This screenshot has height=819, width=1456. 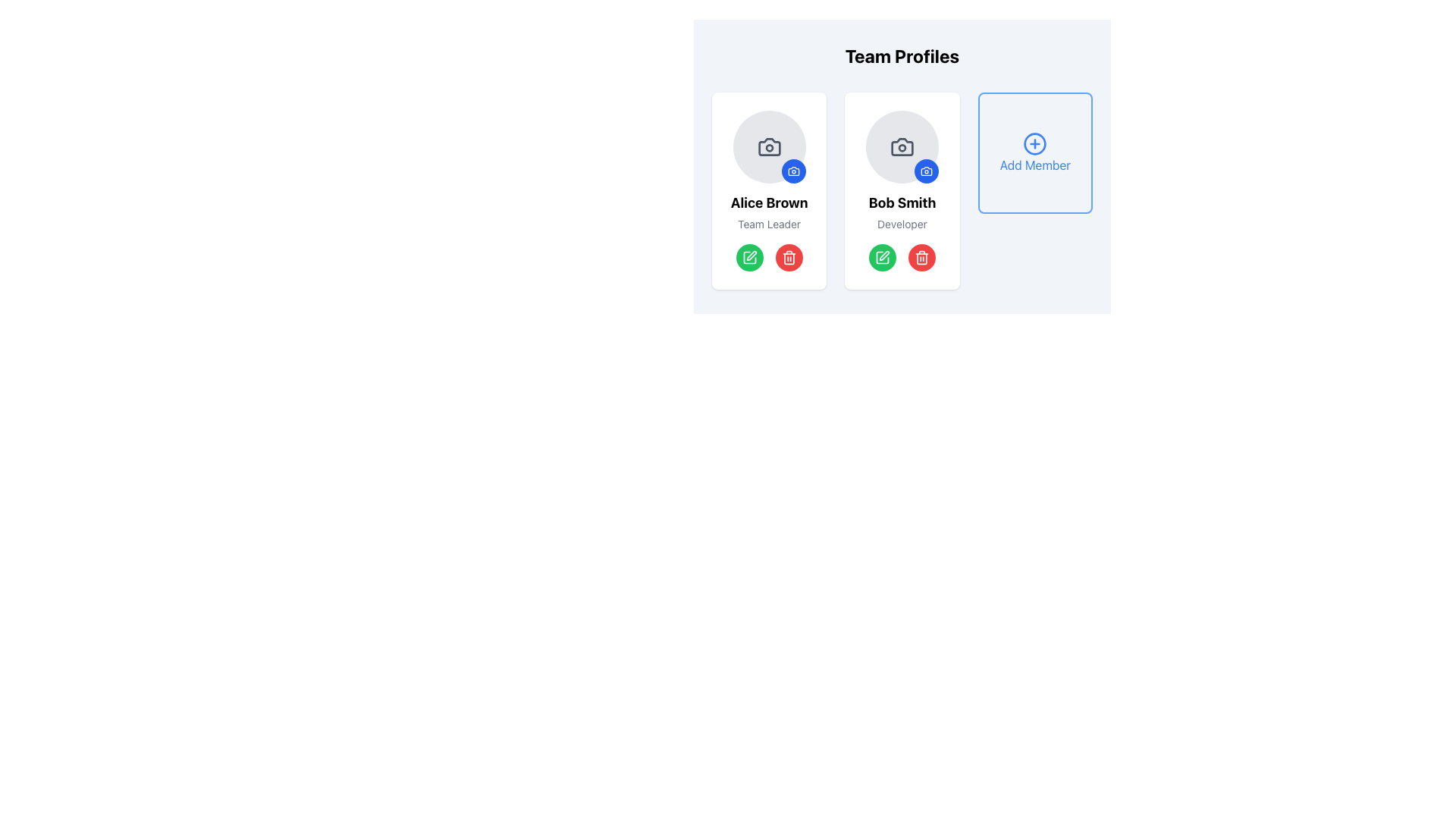 What do you see at coordinates (1034, 152) in the screenshot?
I see `the call-to-action button for adding new members to a list or group` at bounding box center [1034, 152].